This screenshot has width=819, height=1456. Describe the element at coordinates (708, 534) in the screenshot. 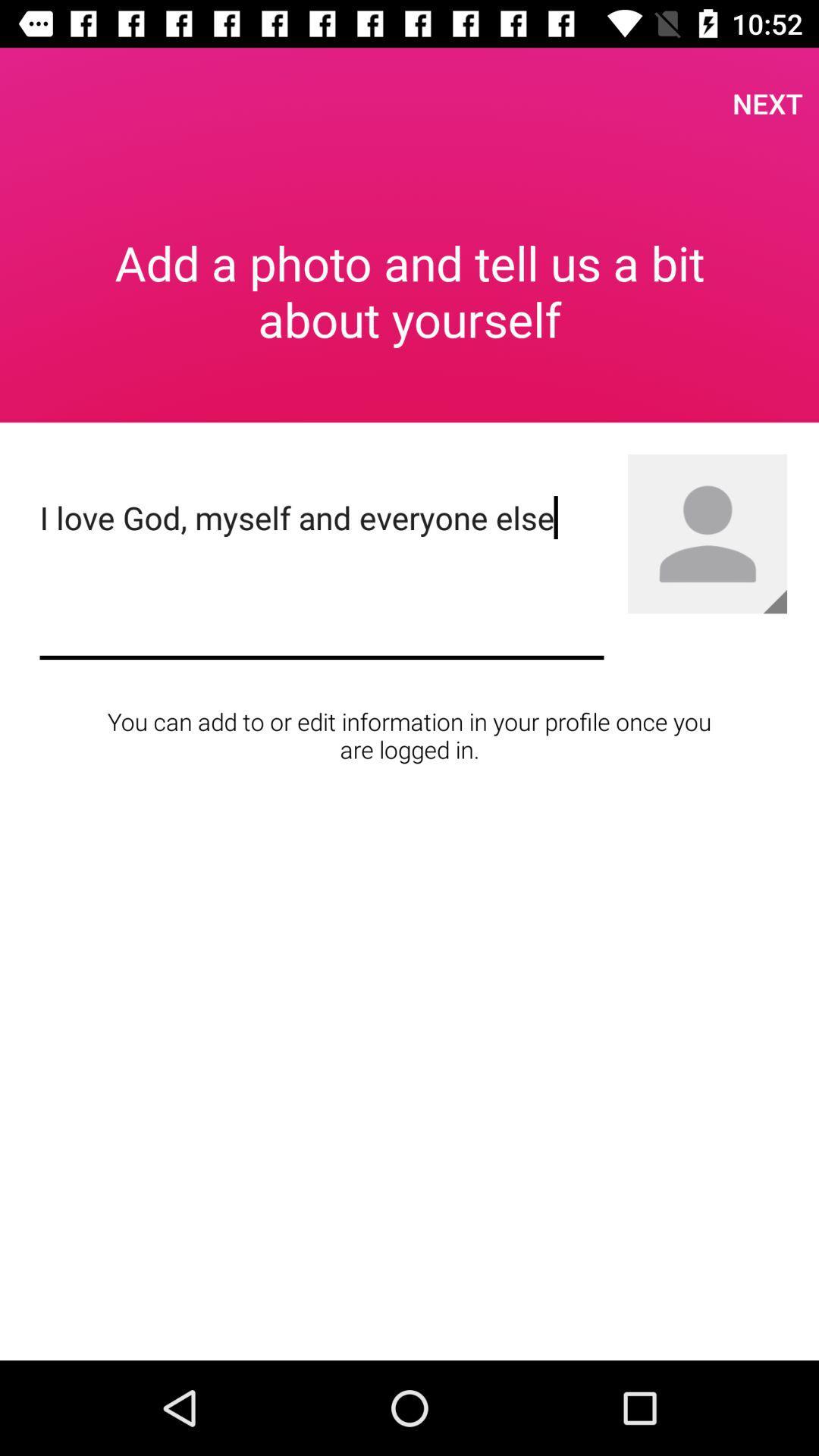

I see `profile picture` at that location.